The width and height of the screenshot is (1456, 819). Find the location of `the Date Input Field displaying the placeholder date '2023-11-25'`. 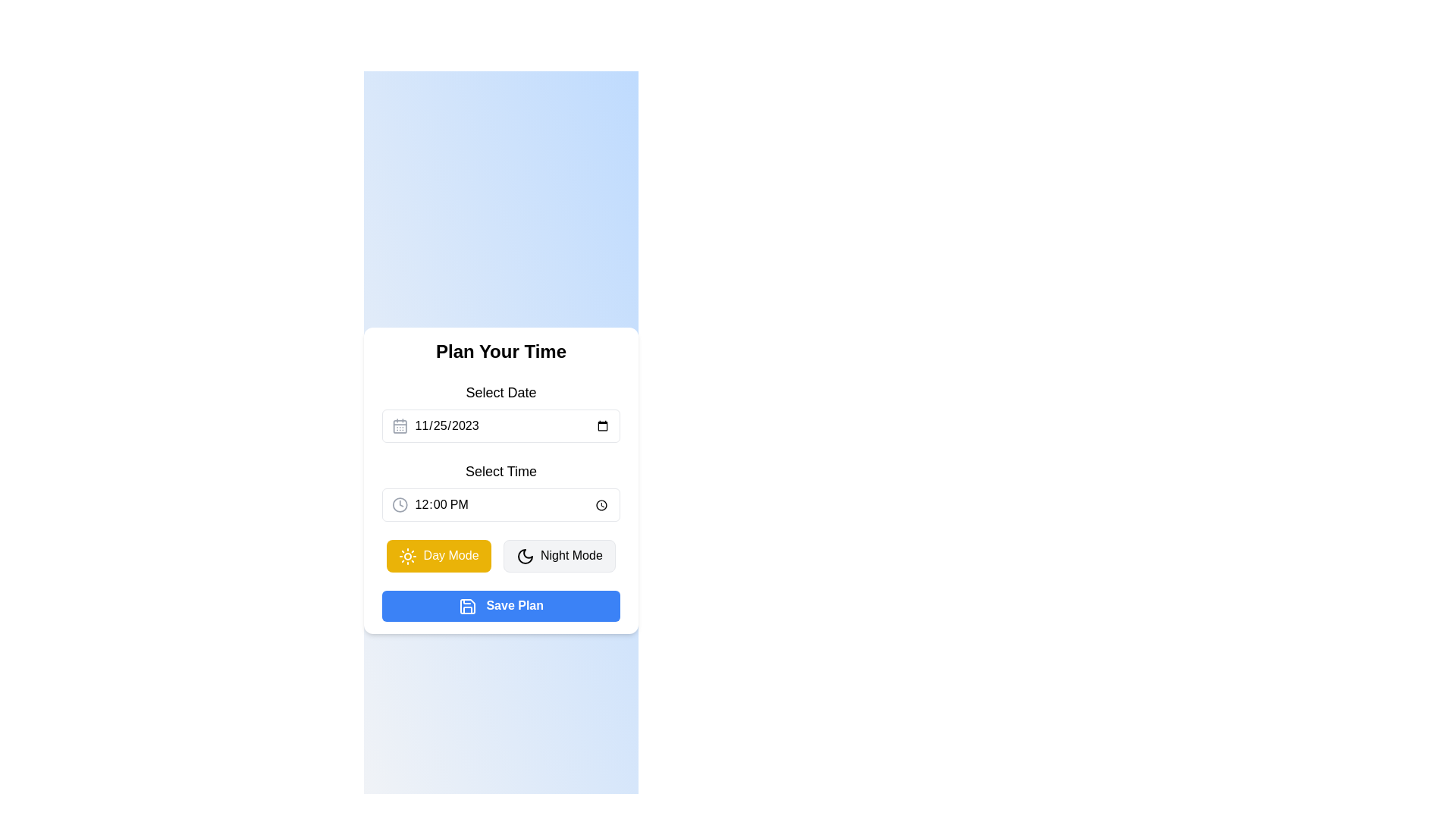

the Date Input Field displaying the placeholder date '2023-11-25' is located at coordinates (512, 426).